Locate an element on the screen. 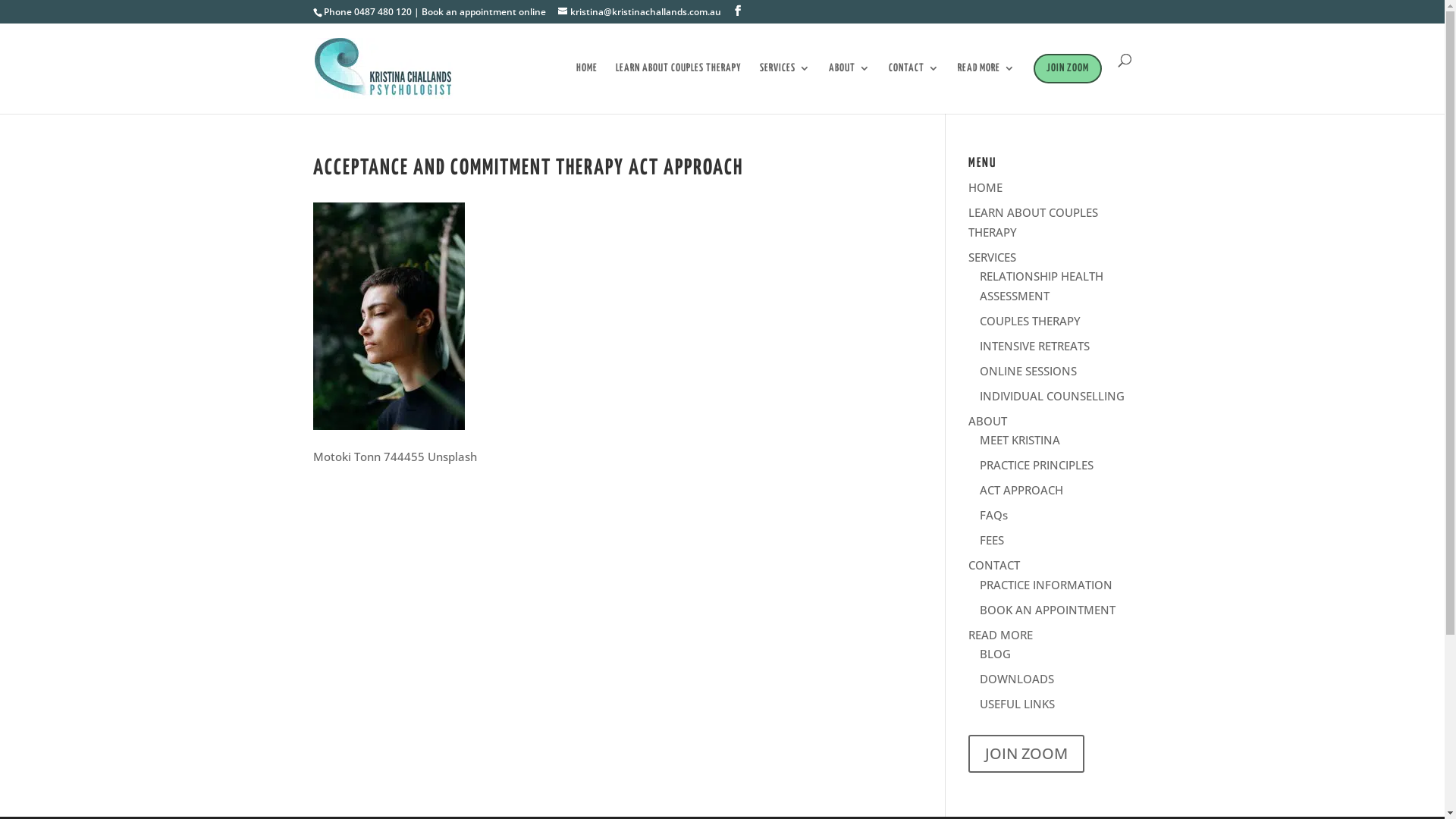 This screenshot has height=819, width=1456. 'PRACTICE INFORMATION' is located at coordinates (1045, 583).